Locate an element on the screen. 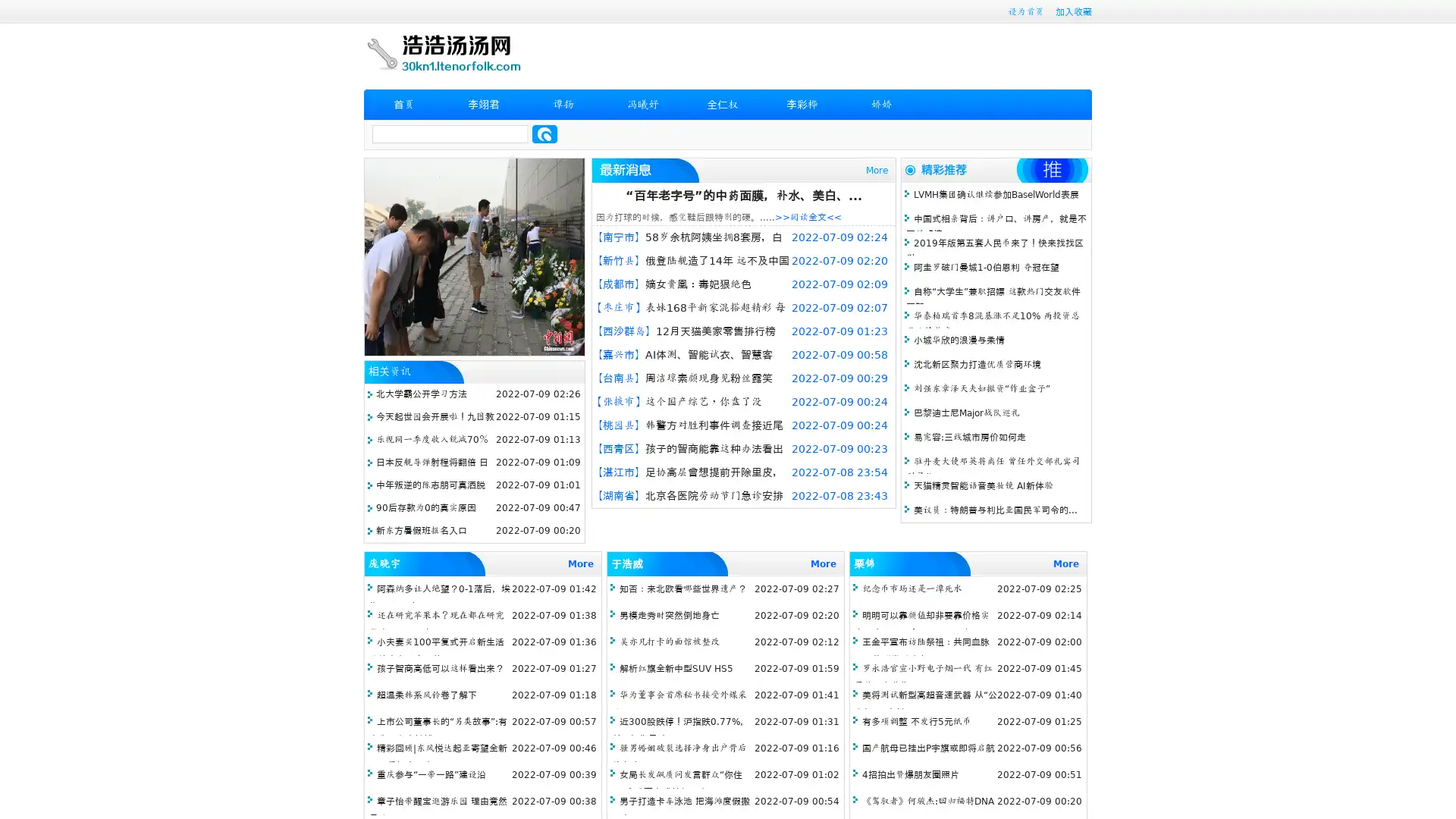 The image size is (1456, 819). Search is located at coordinates (544, 133).